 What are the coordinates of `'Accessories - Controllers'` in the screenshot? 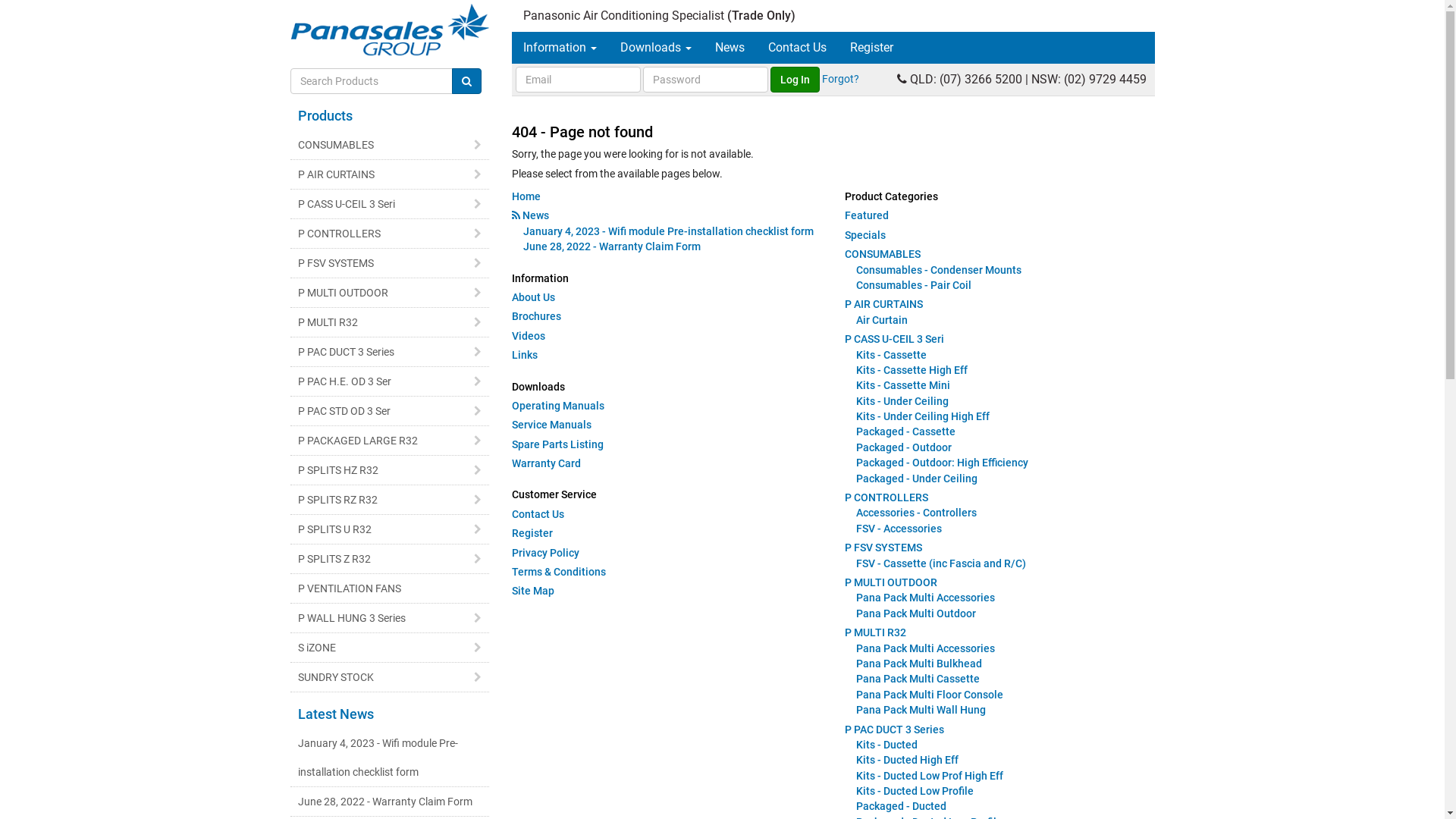 It's located at (855, 512).